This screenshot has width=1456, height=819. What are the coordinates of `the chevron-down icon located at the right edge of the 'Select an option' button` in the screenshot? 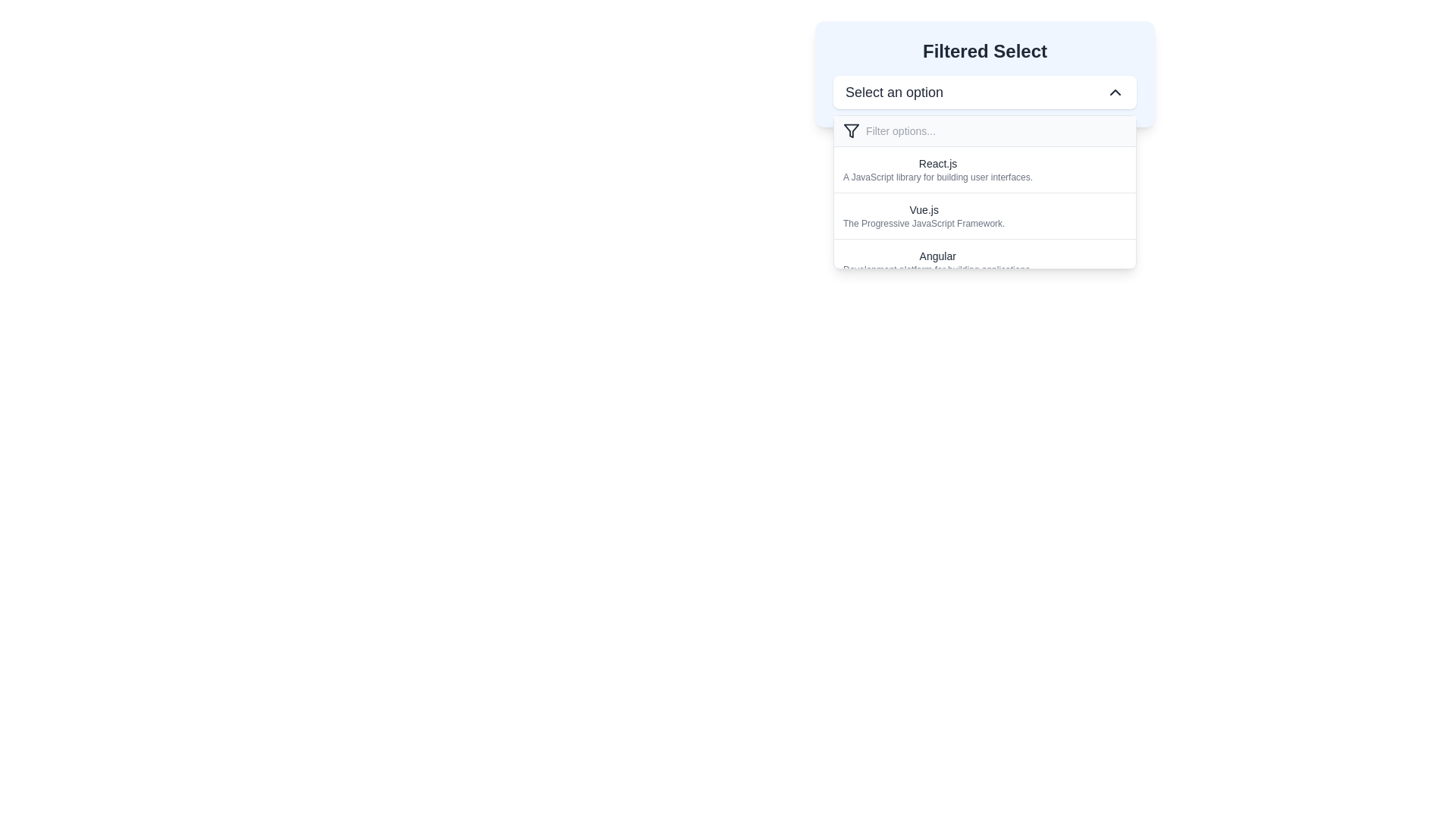 It's located at (1115, 93).